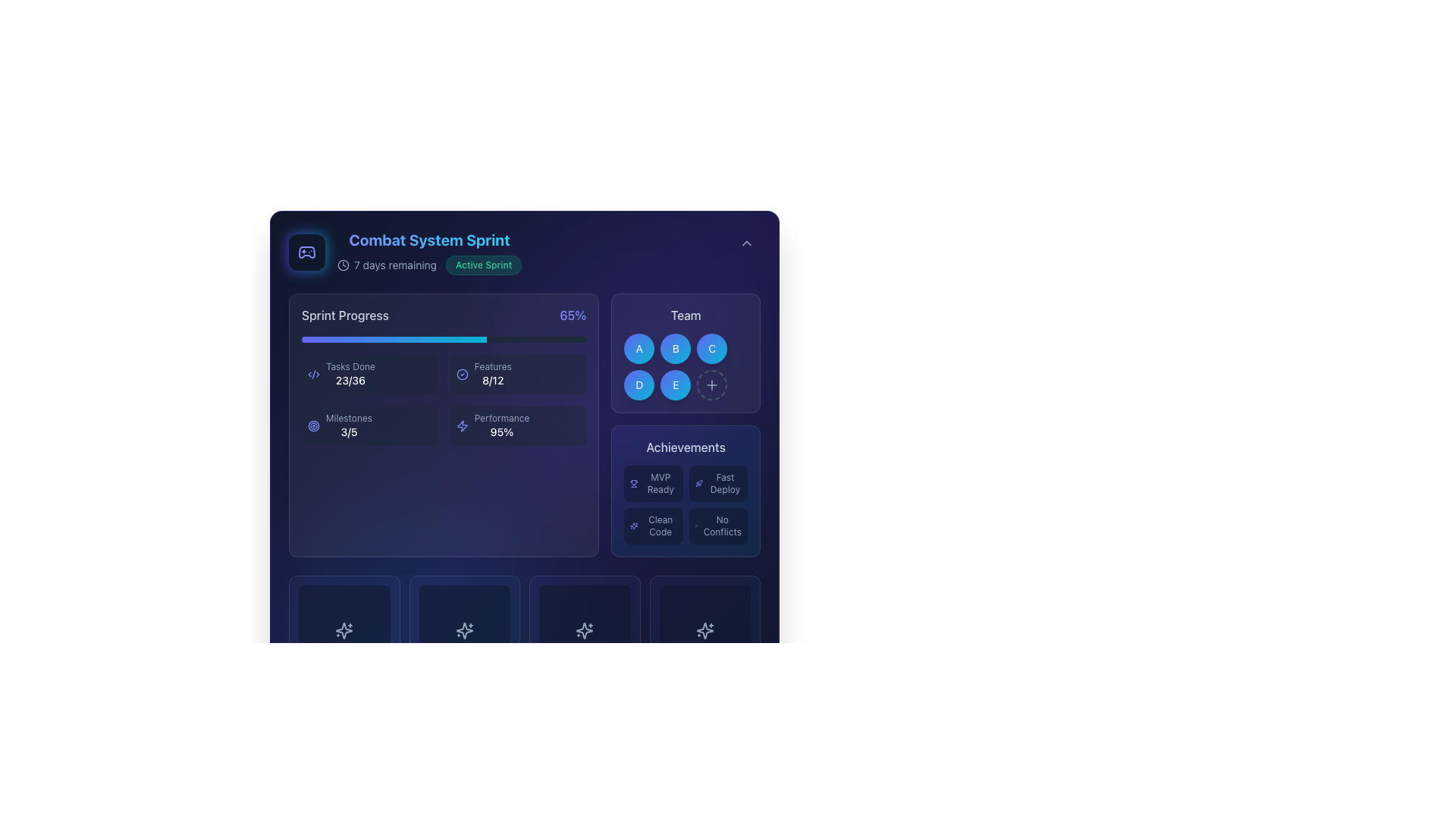 This screenshot has width=1456, height=819. I want to click on the Statistical card displaying 'Milestones' with the target icon, located in the bottom left quadrant of the 'Sprint Progress' section, so click(369, 426).